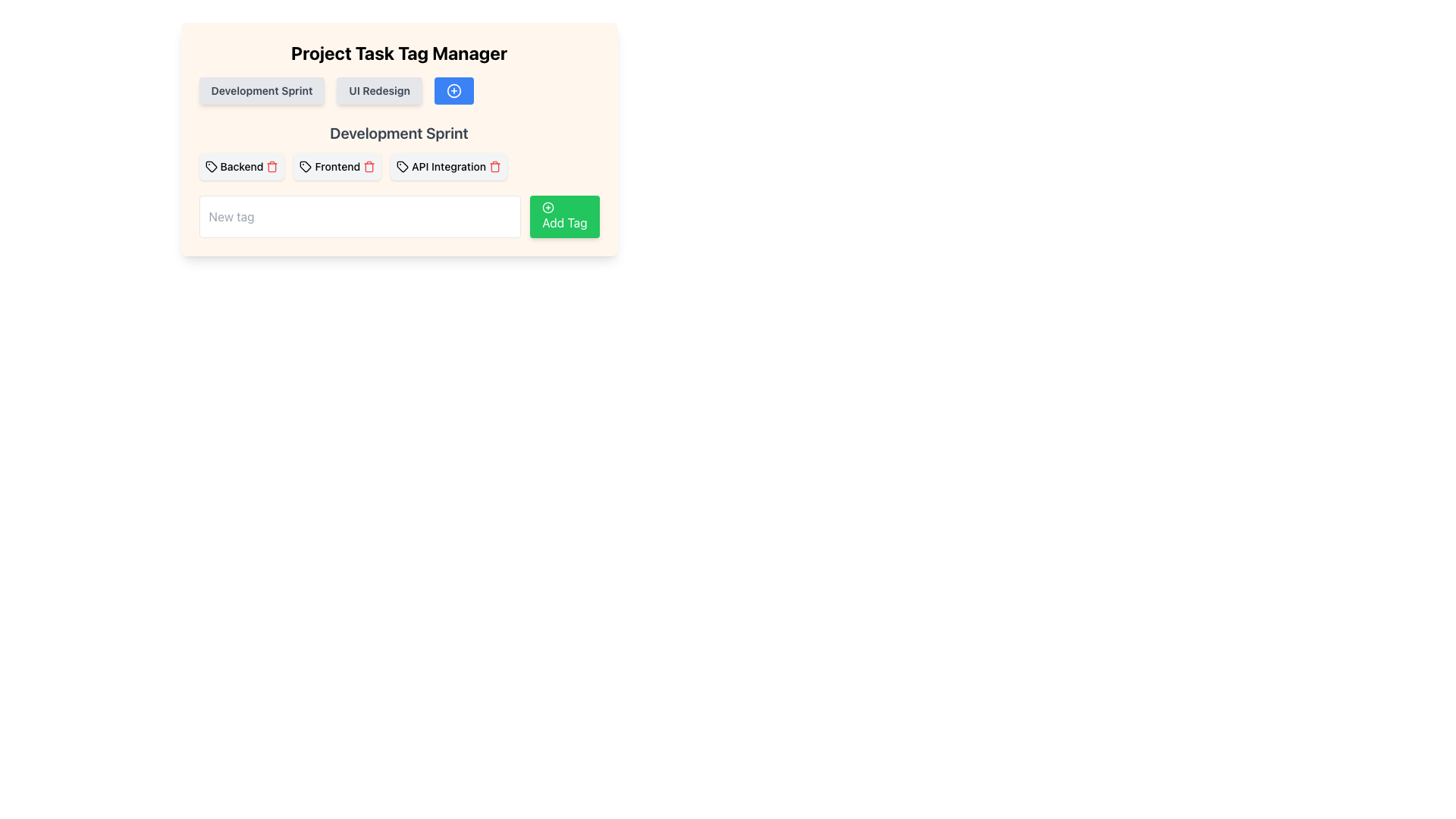 Image resolution: width=1456 pixels, height=819 pixels. Describe the element at coordinates (240, 166) in the screenshot. I see `the Text Label that identifies the category or type of content associated with the tag, located at the leftmost position within the row of tags under the 'Development Sprint' heading` at that location.